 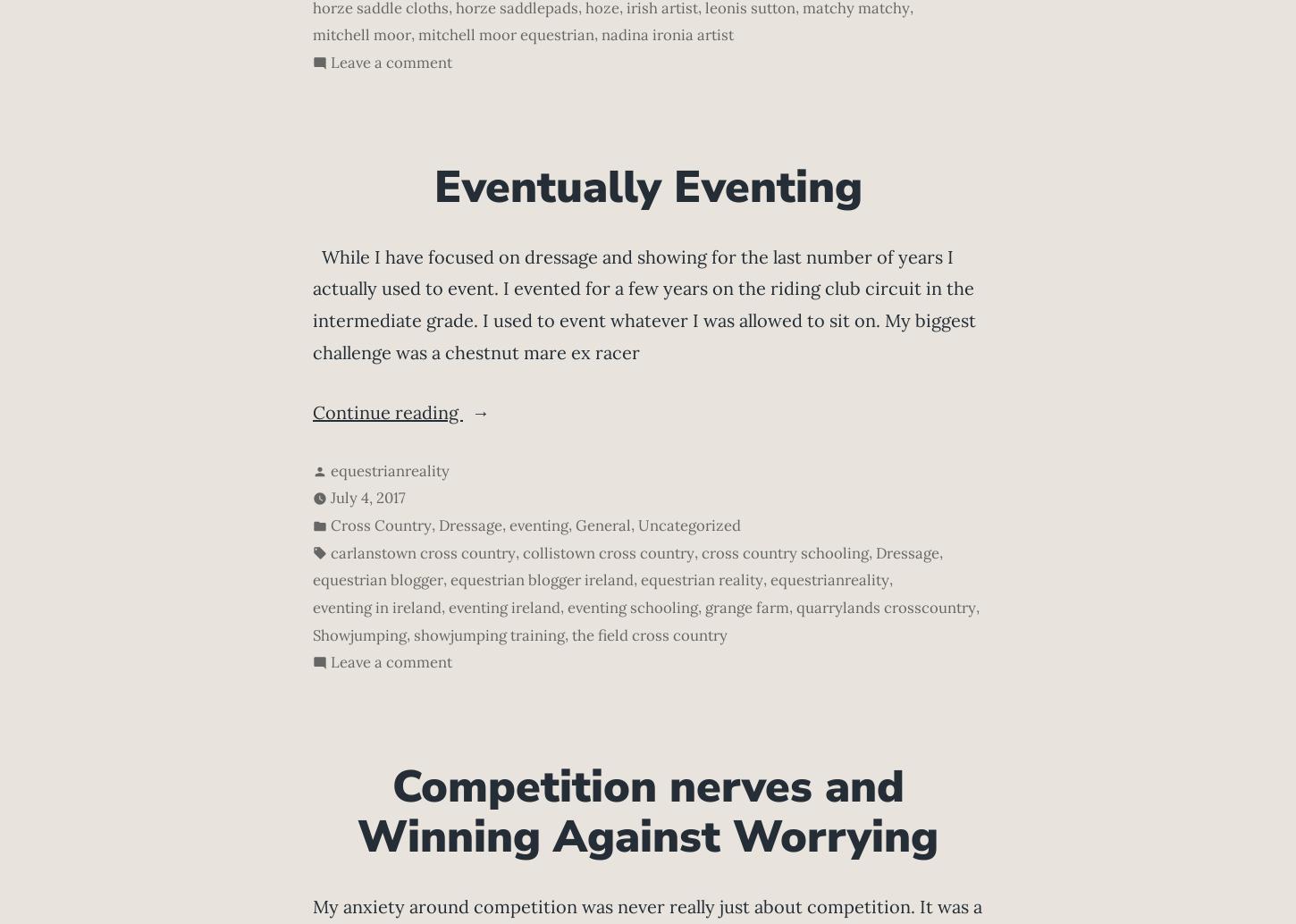 What do you see at coordinates (602, 525) in the screenshot?
I see `'General'` at bounding box center [602, 525].